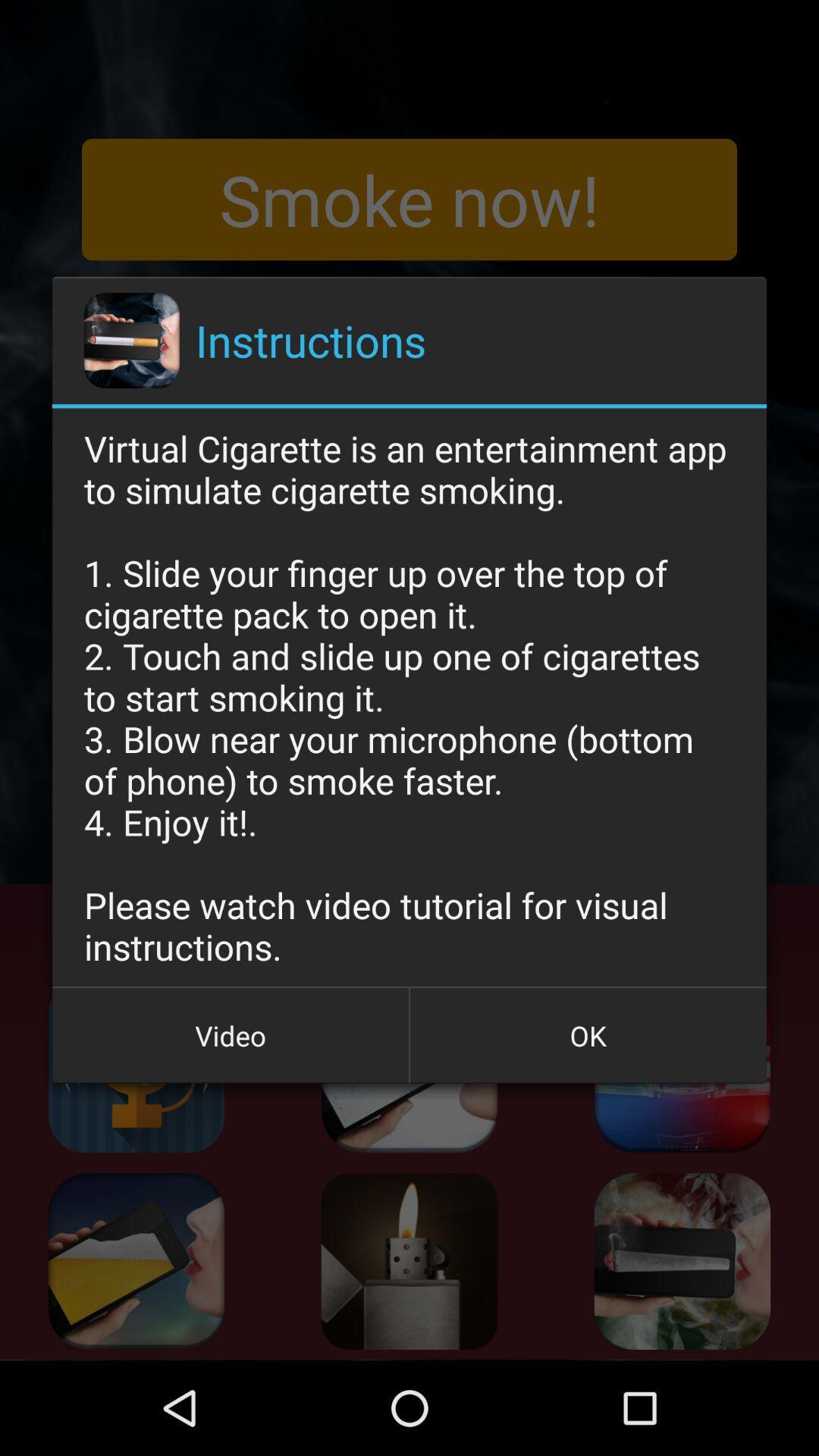 This screenshot has height=1456, width=819. What do you see at coordinates (587, 1034) in the screenshot?
I see `the ok` at bounding box center [587, 1034].